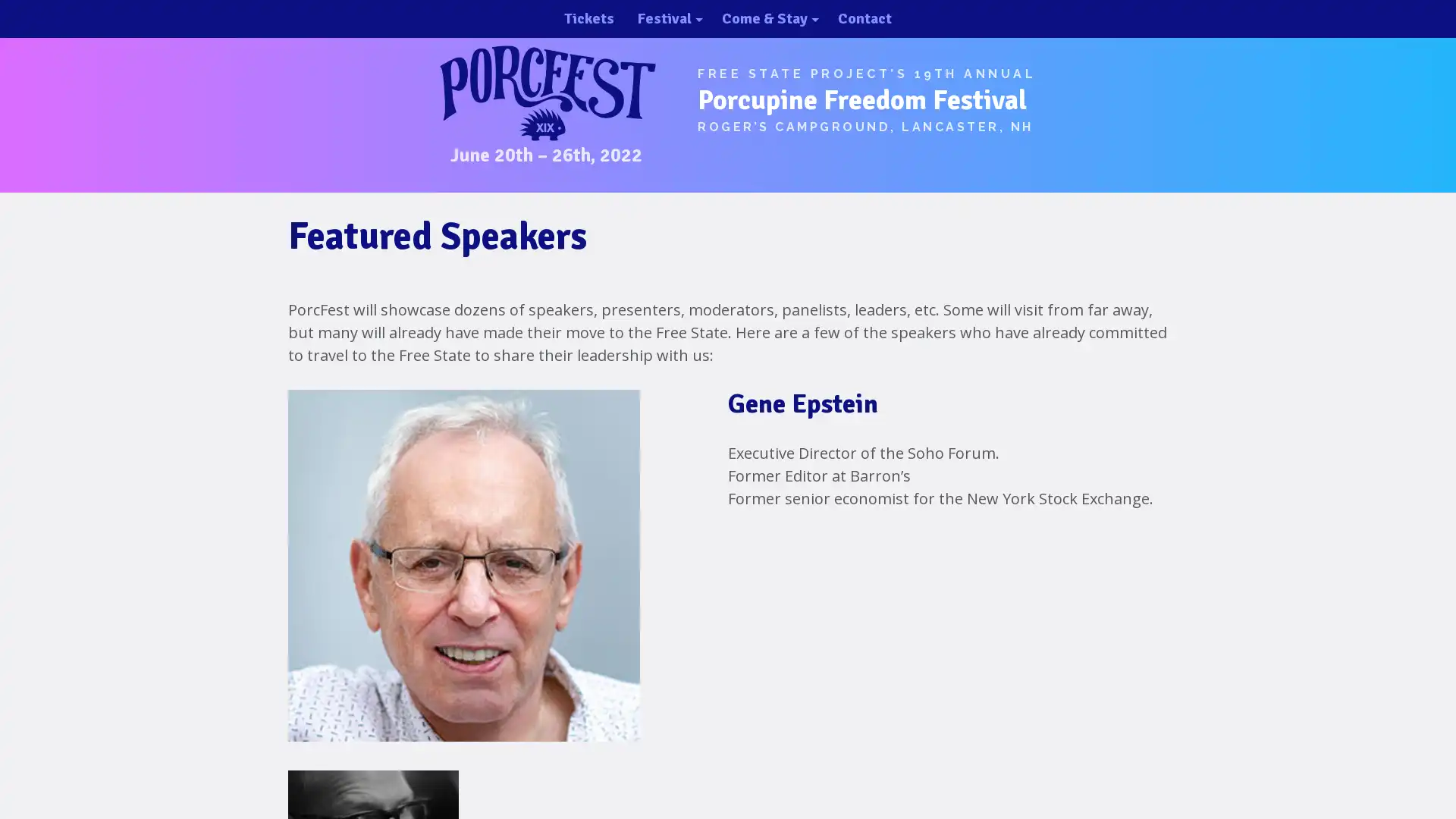 This screenshot has width=1456, height=819. I want to click on close, so click(1407, 61).